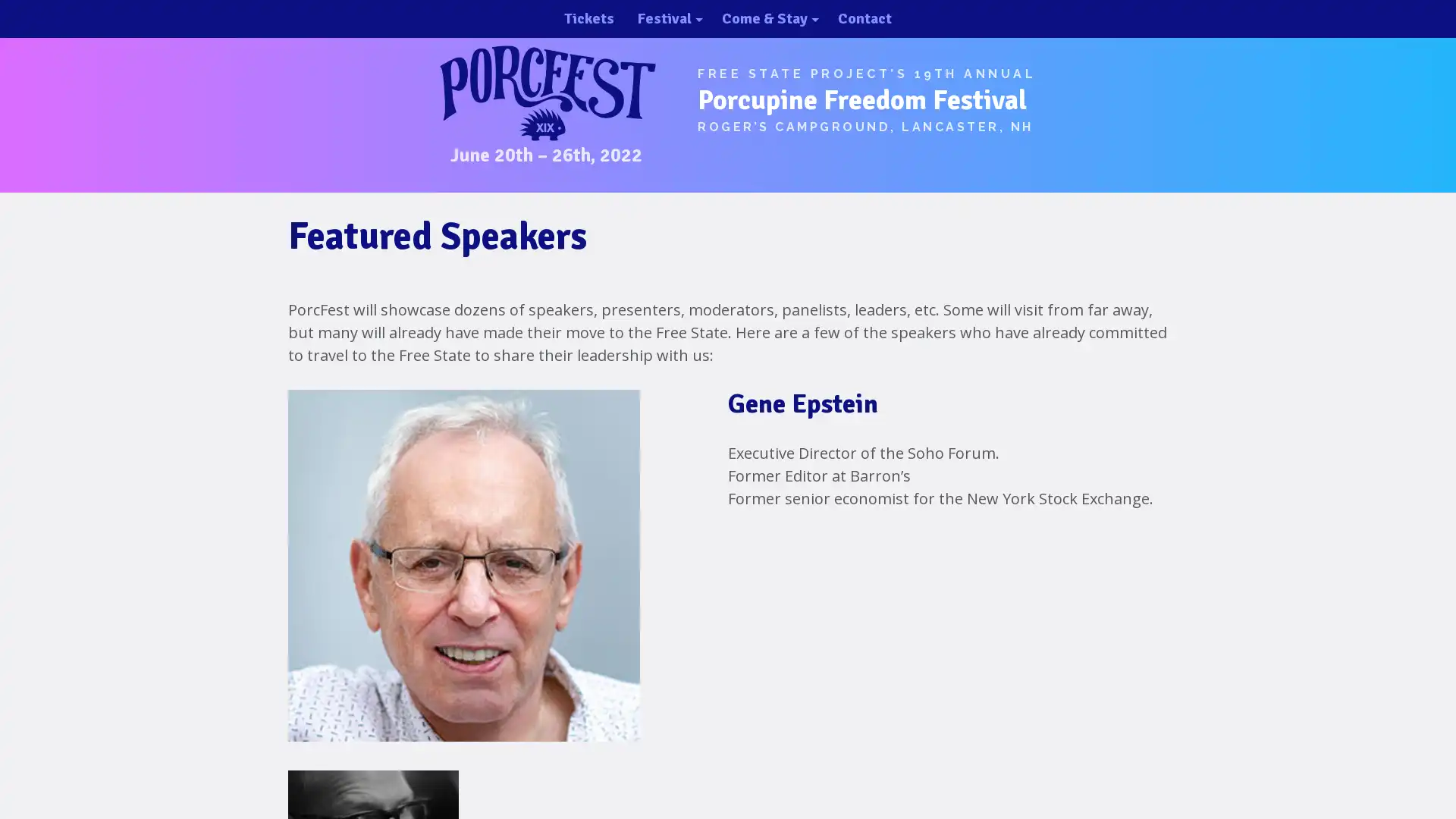 This screenshot has width=1456, height=819. I want to click on close, so click(1407, 61).